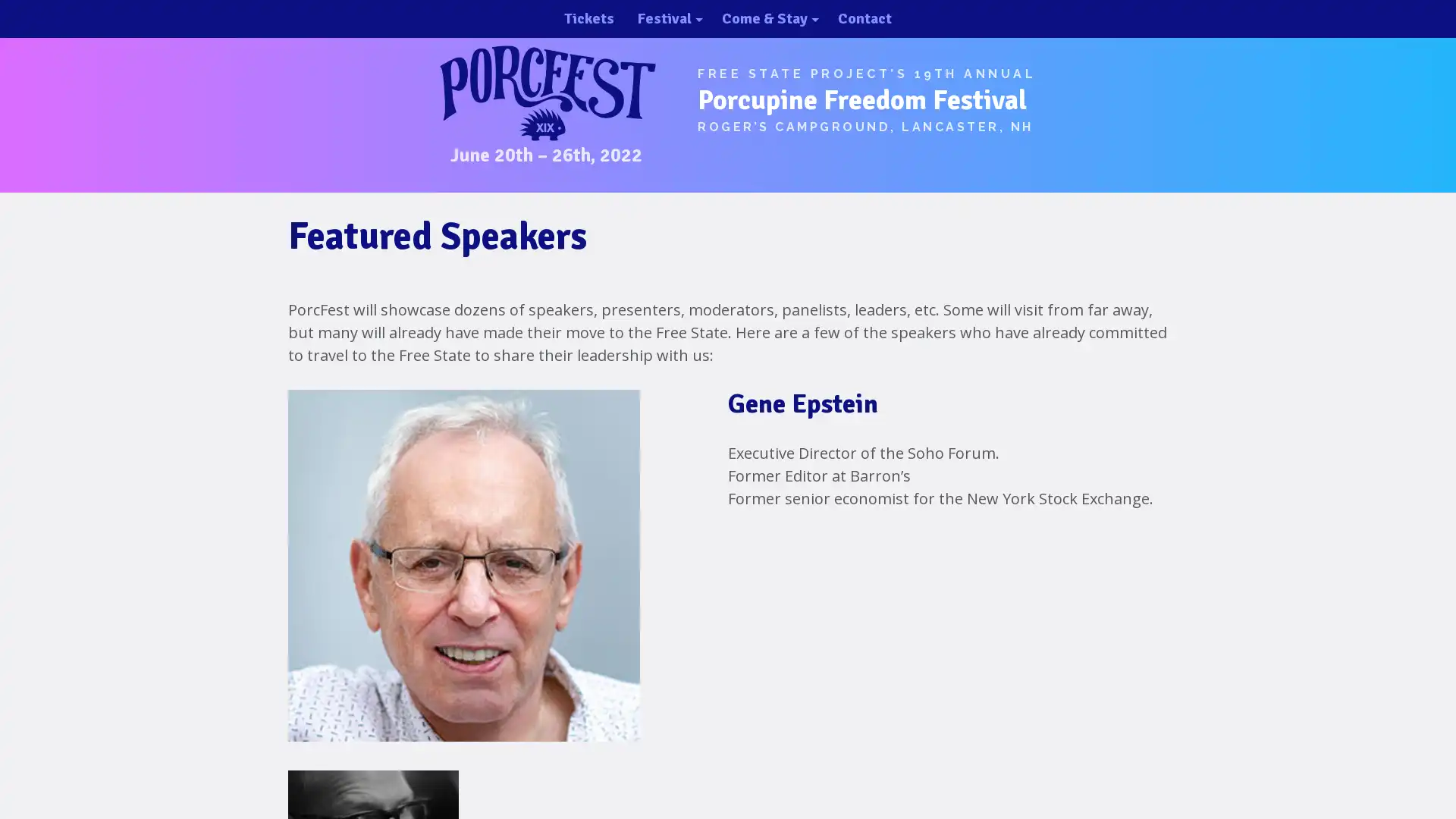 This screenshot has width=1456, height=819. I want to click on close, so click(1407, 61).